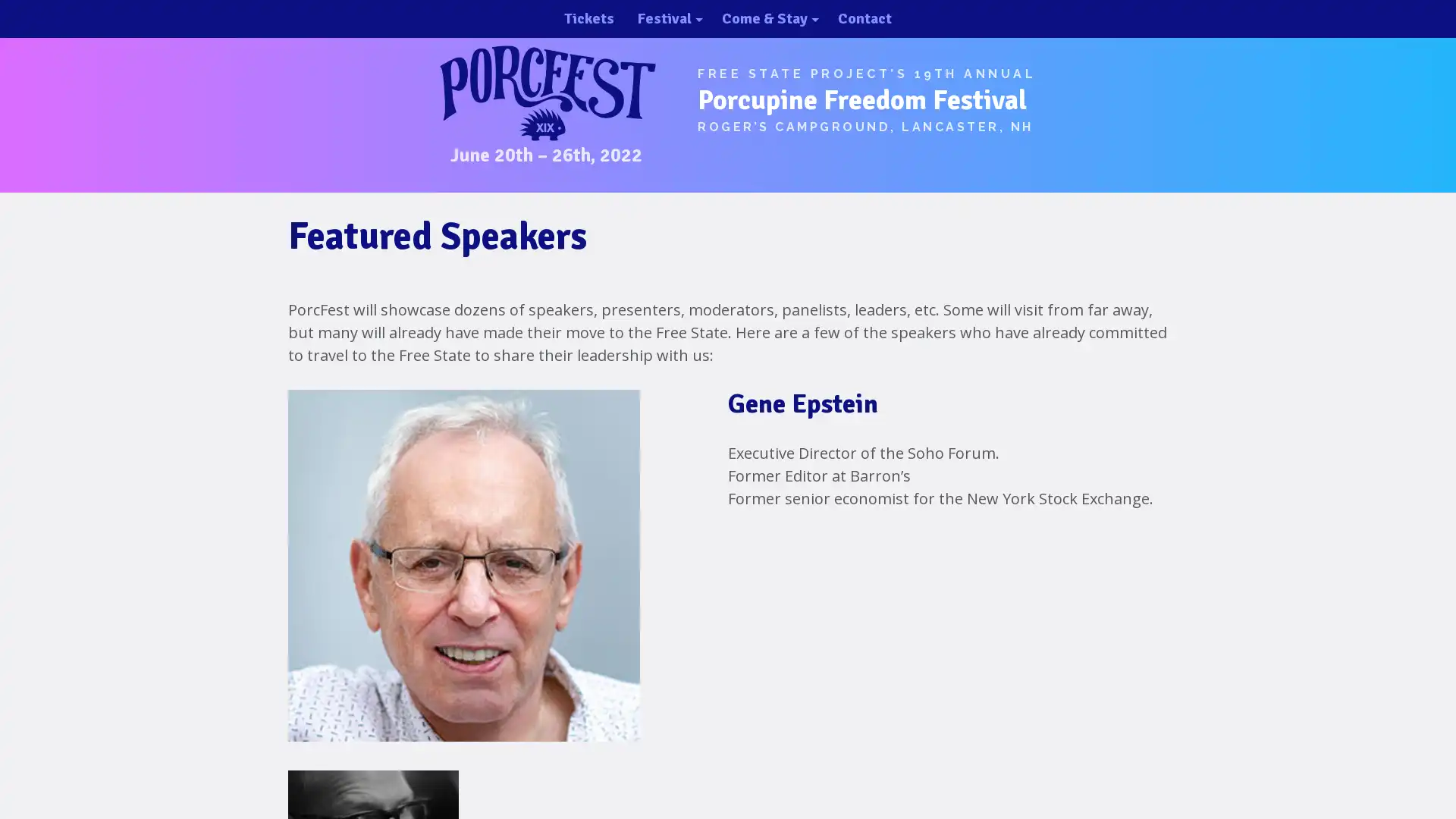 This screenshot has width=1456, height=819. I want to click on close, so click(1407, 61).